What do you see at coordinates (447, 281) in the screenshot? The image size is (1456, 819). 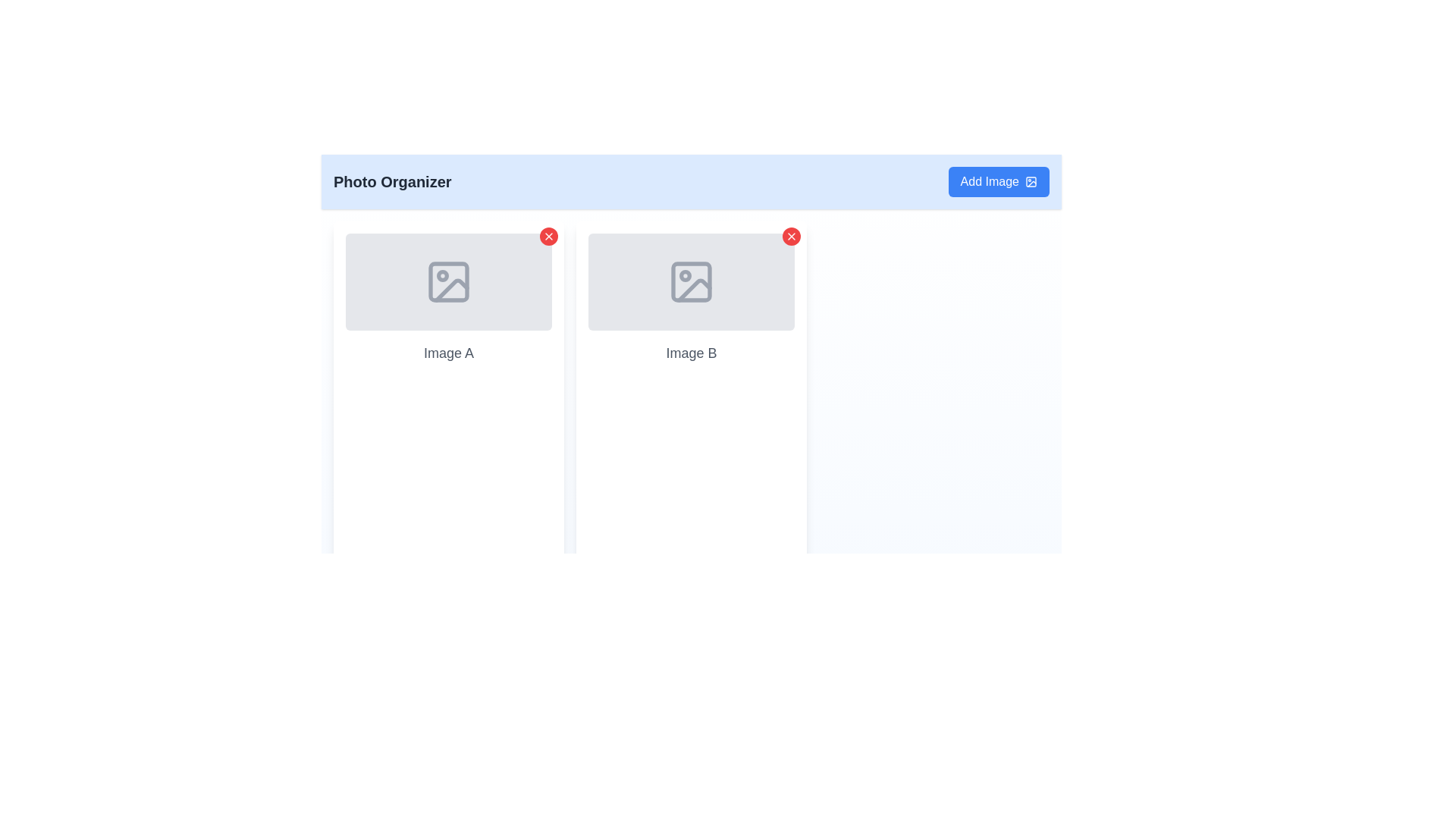 I see `the gray rectangular Image Placeholder containing a centered placeholder image icon, located at the top of the first column in a grid-like arrangement, with the label 'Image A' displayed below it` at bounding box center [447, 281].